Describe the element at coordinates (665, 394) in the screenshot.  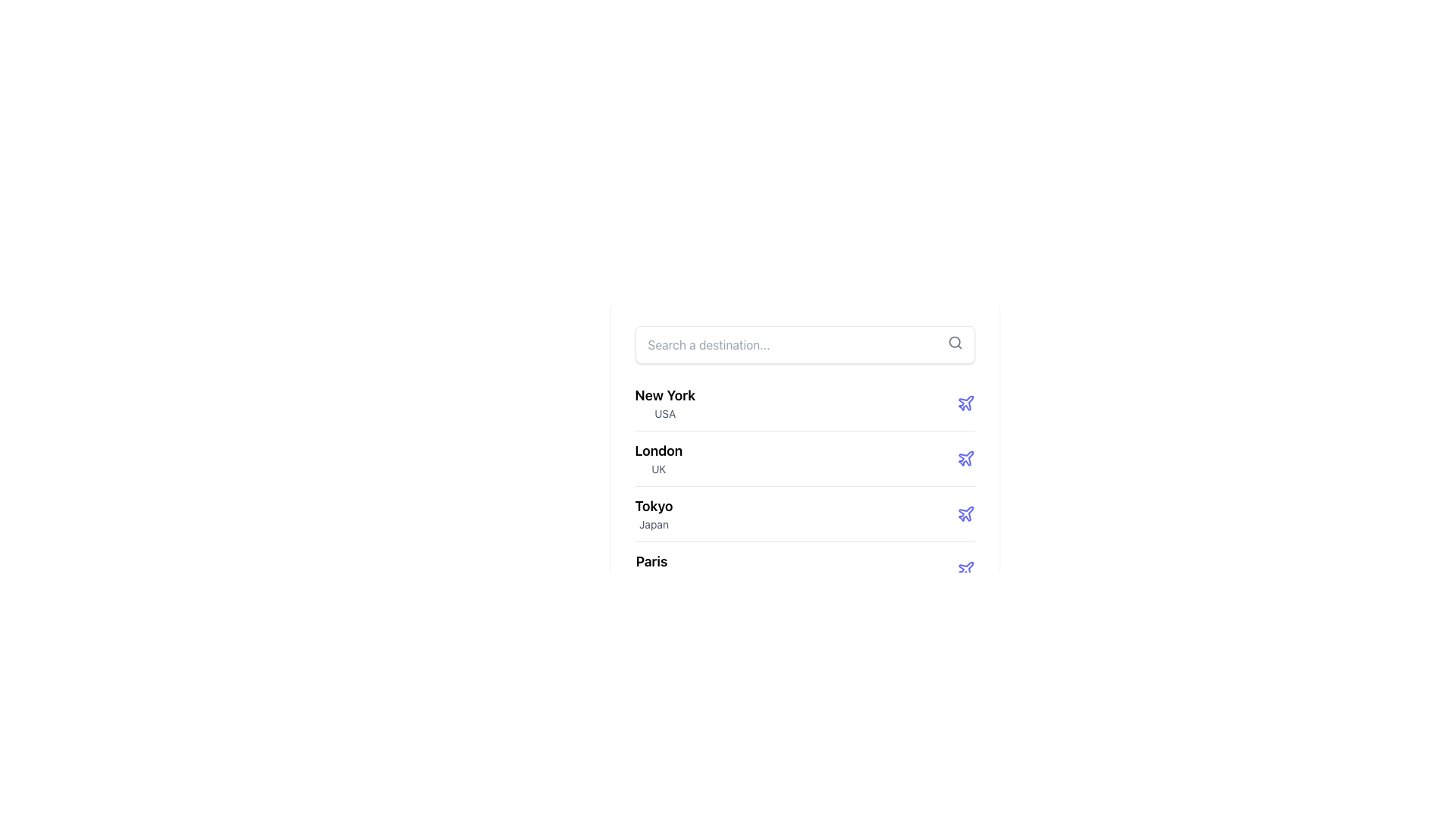
I see `the text label for the city 'New York', which is the first entry in the list of destinations, positioned near the top and aligned with the label 'USA' below it` at that location.